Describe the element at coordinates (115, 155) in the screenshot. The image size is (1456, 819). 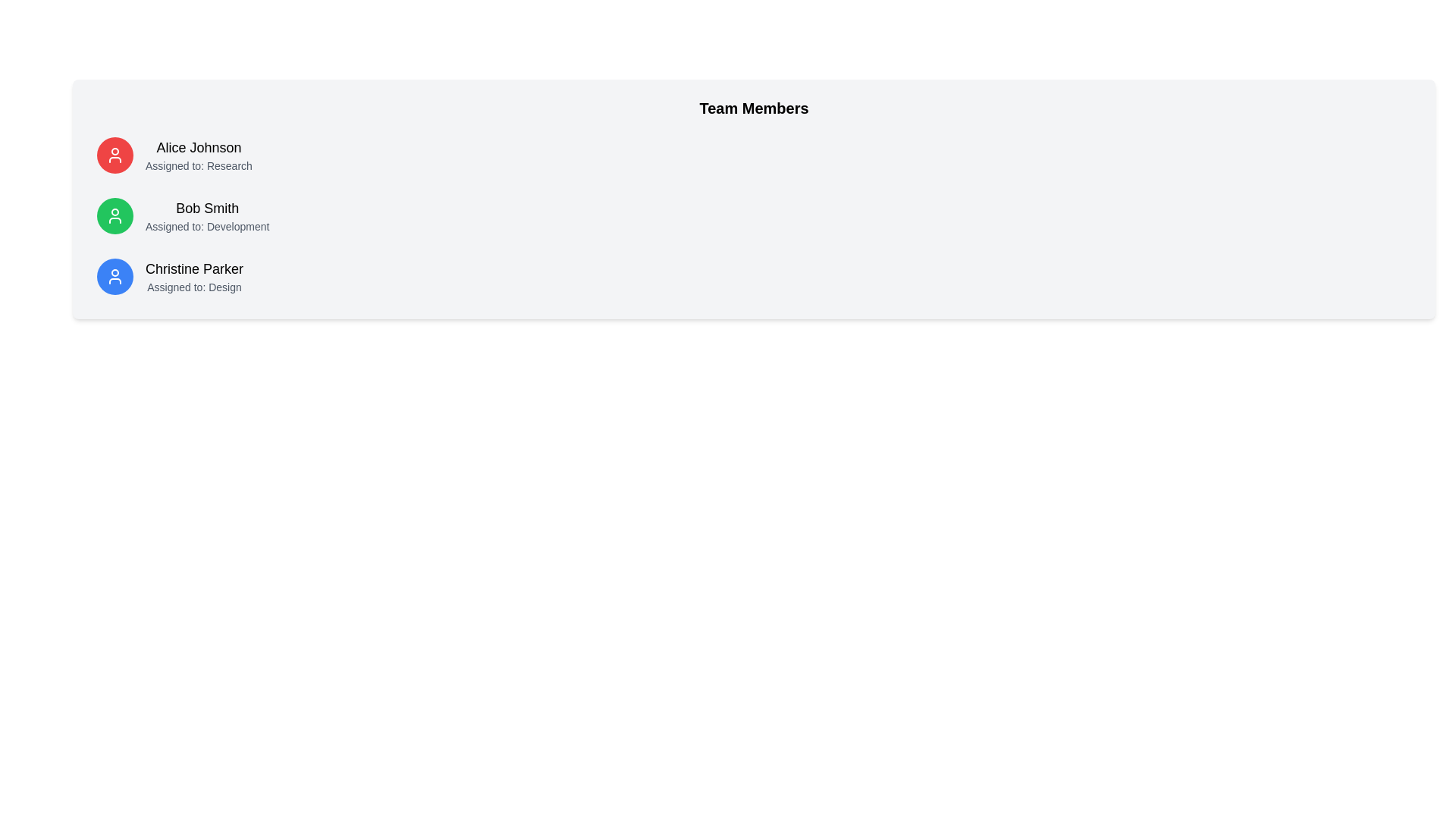
I see `the Profile Picture representing user 'Alice Johnson', which is located on the far left of the first row in the list of team members` at that location.